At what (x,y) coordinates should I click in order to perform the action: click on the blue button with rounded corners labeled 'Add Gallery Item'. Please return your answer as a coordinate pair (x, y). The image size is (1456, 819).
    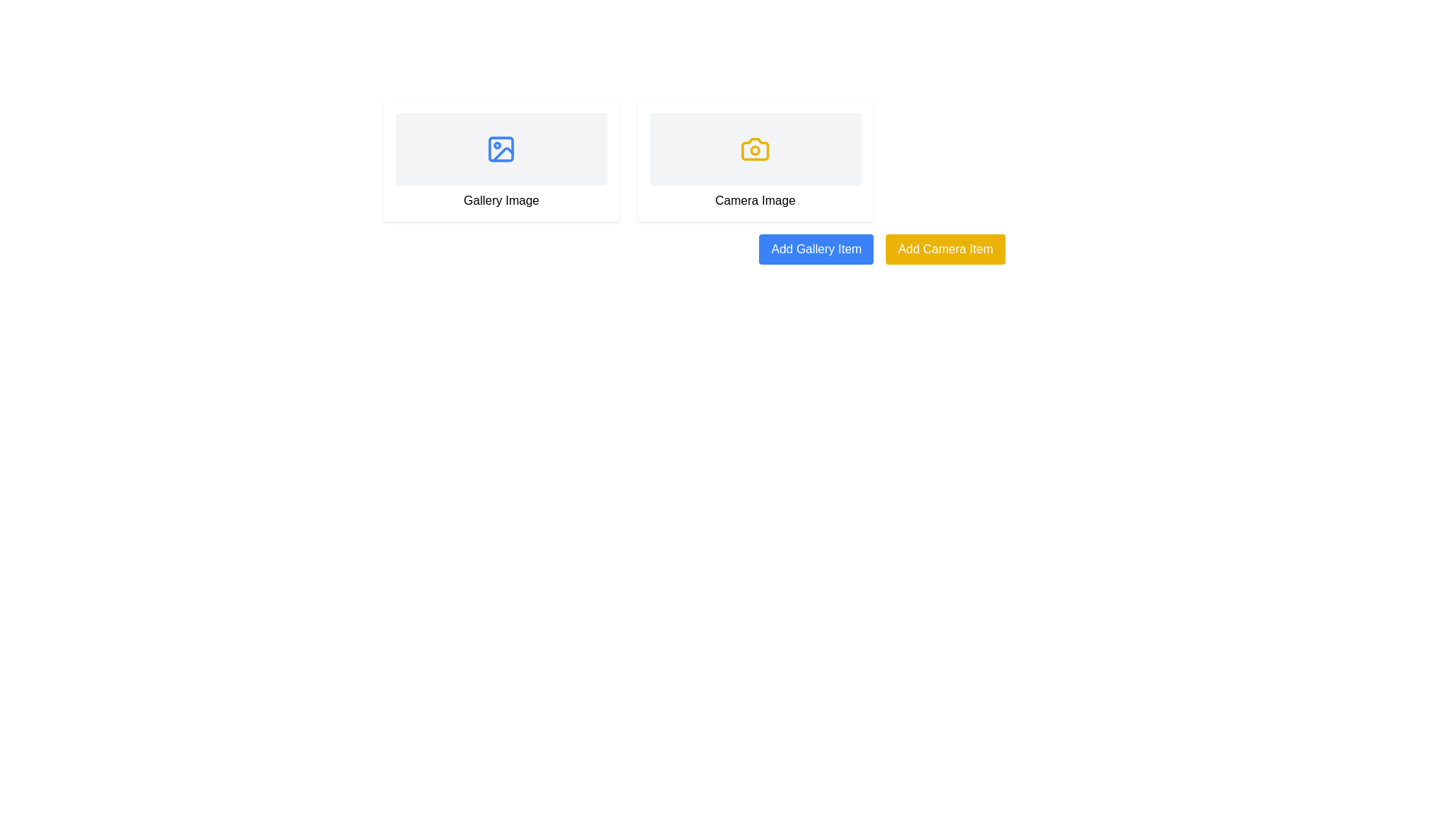
    Looking at the image, I should click on (815, 248).